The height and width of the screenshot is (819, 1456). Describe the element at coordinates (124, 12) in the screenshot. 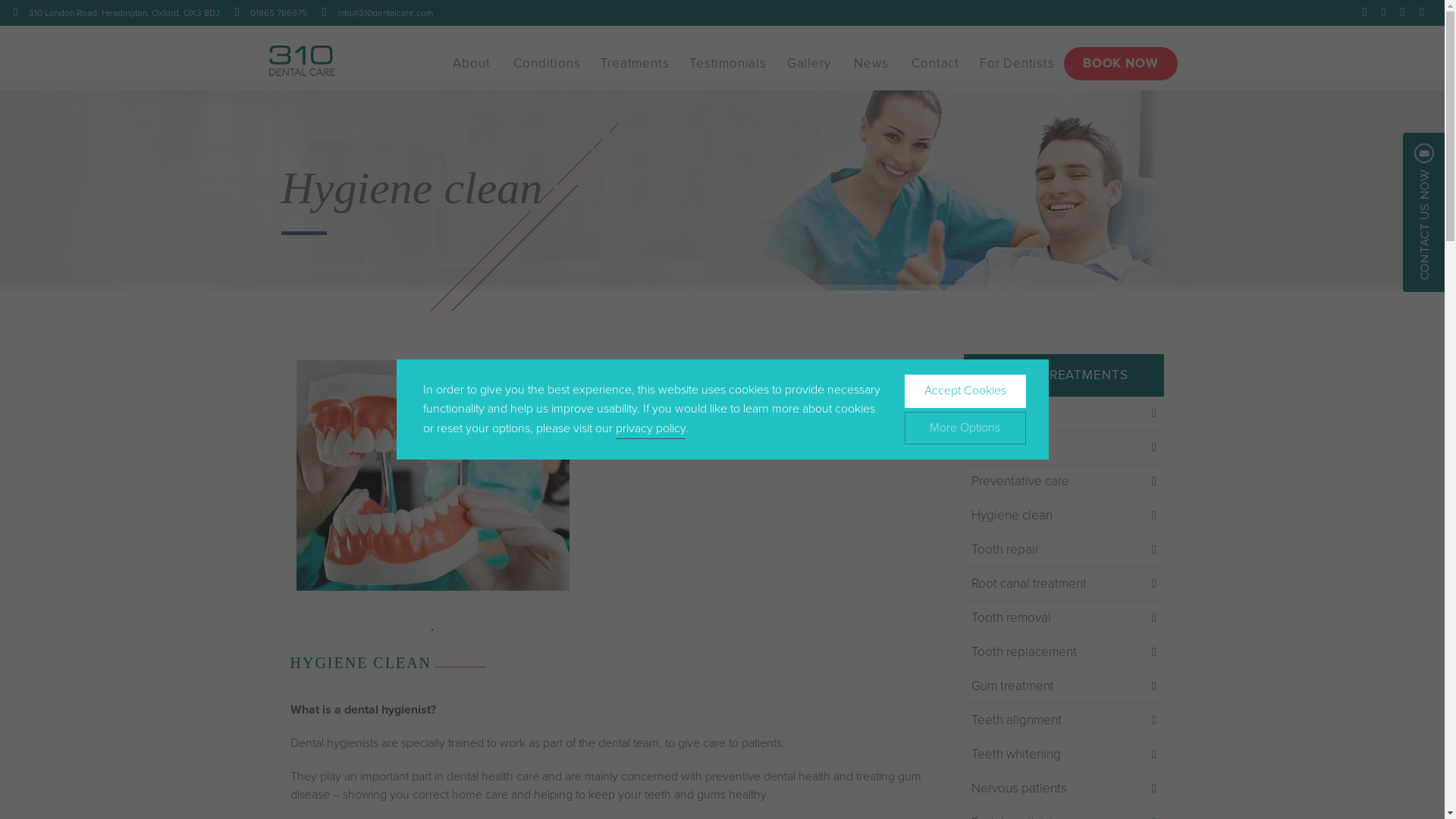

I see `'310 London Road, Headington, Oxford, OX3 8DJ'` at that location.